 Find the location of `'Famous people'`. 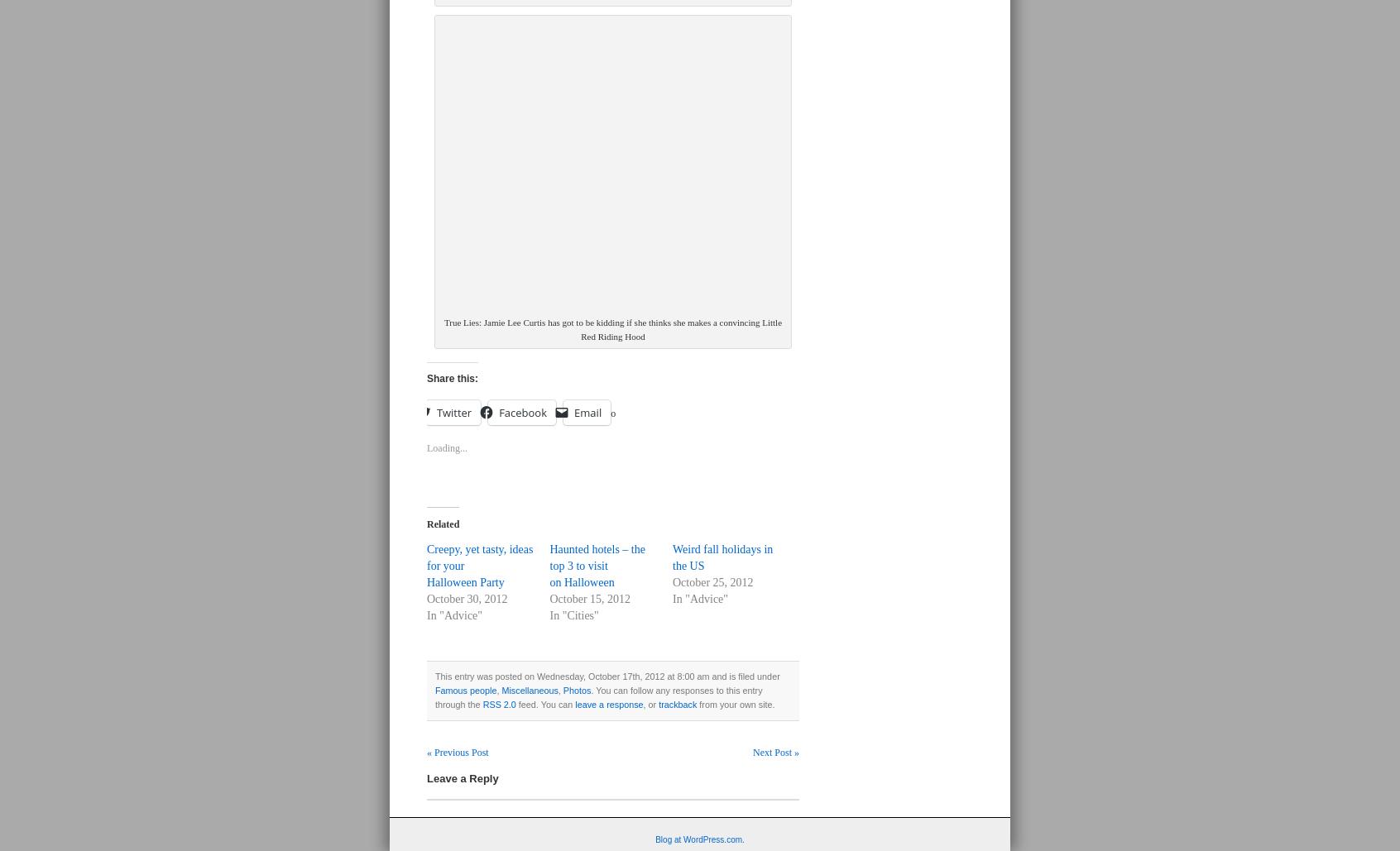

'Famous people' is located at coordinates (465, 689).